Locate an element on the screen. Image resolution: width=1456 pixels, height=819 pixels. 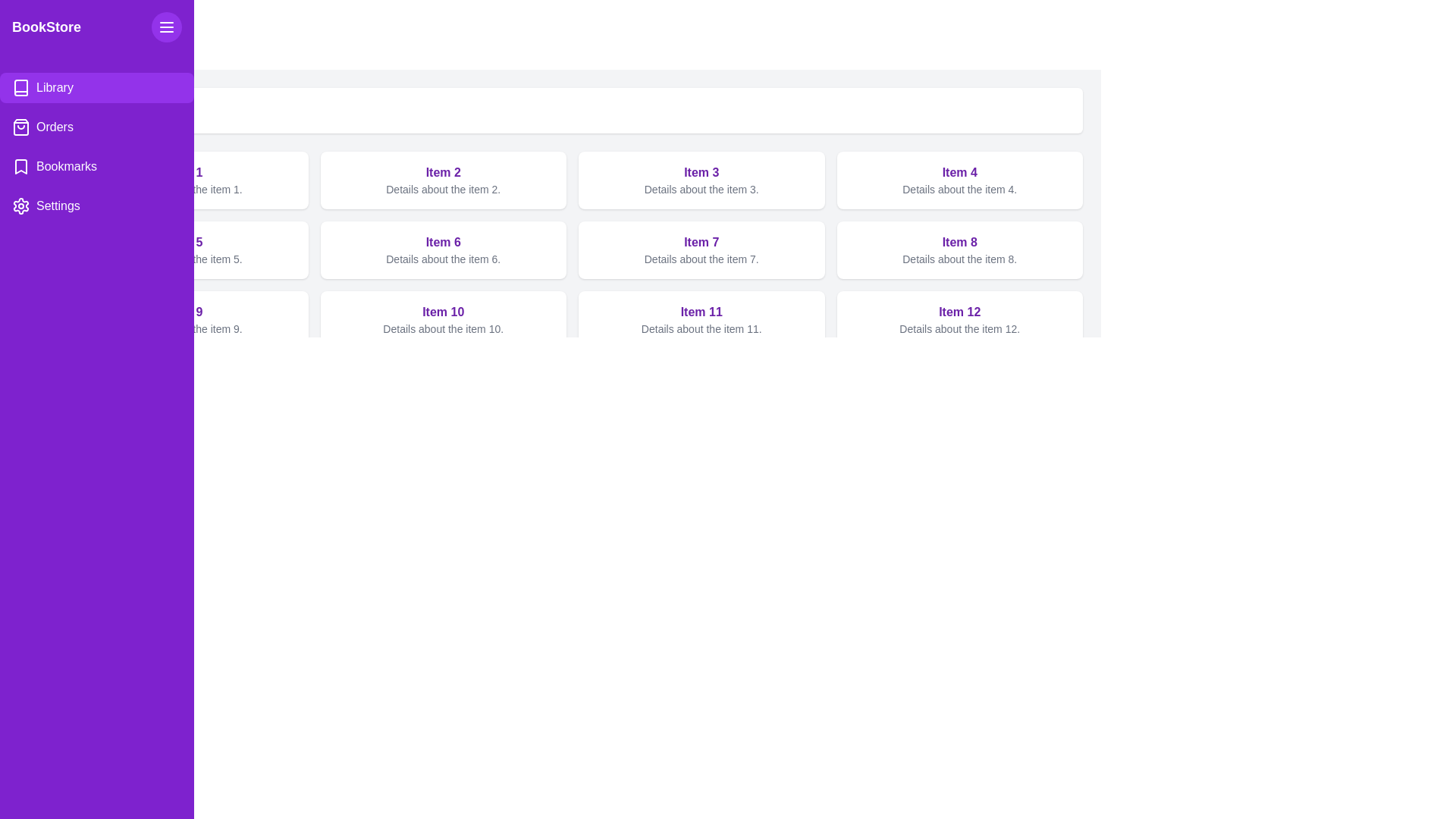
the text segment labeled 'Details about the item 12.' which is styled in light gray and located beneath the bold purple header 'Item 12' within the twelfth card of the grid layout is located at coordinates (959, 328).